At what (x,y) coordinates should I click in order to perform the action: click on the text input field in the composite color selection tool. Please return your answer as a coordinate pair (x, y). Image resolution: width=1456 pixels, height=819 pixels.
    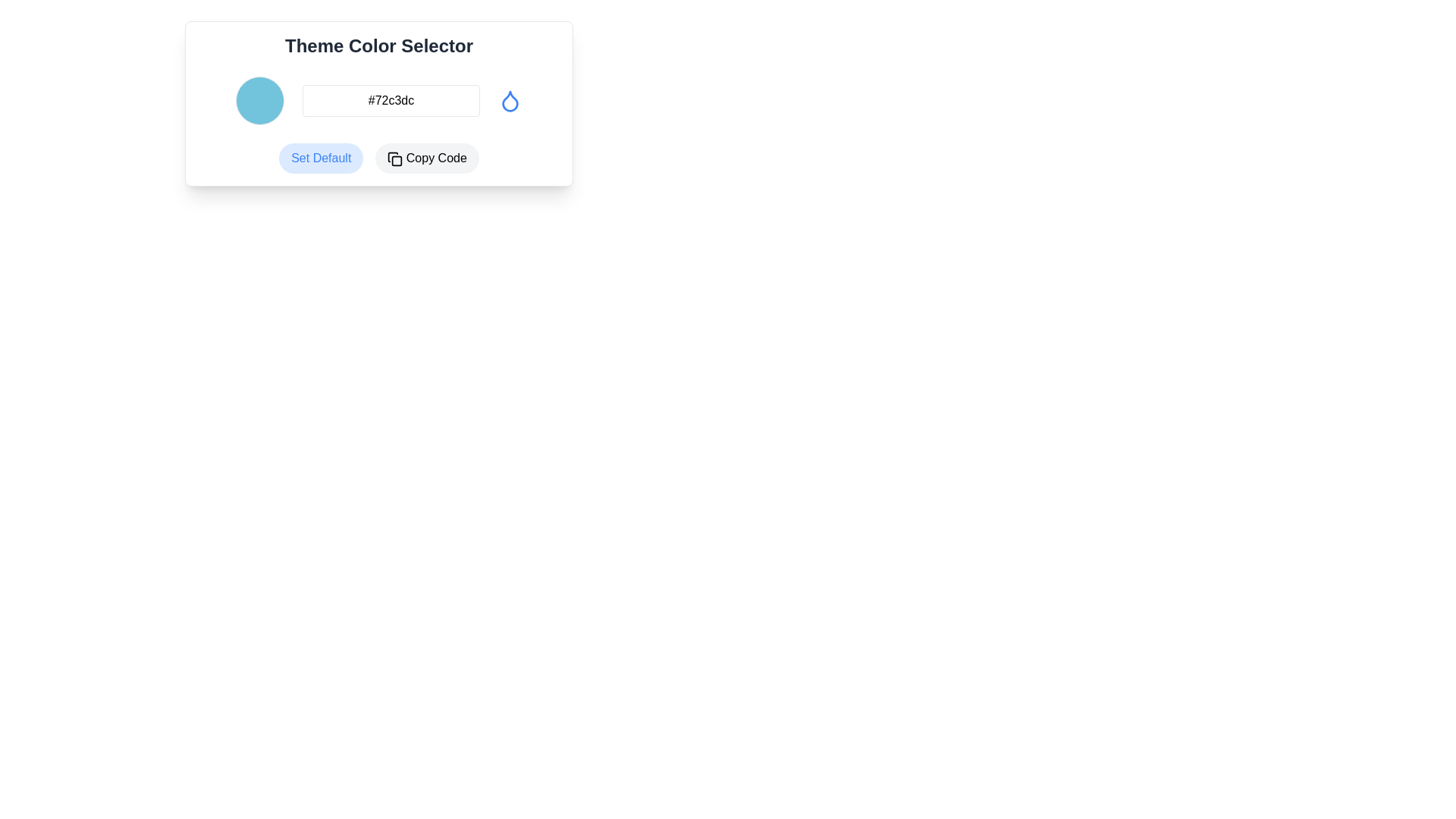
    Looking at the image, I should click on (378, 100).